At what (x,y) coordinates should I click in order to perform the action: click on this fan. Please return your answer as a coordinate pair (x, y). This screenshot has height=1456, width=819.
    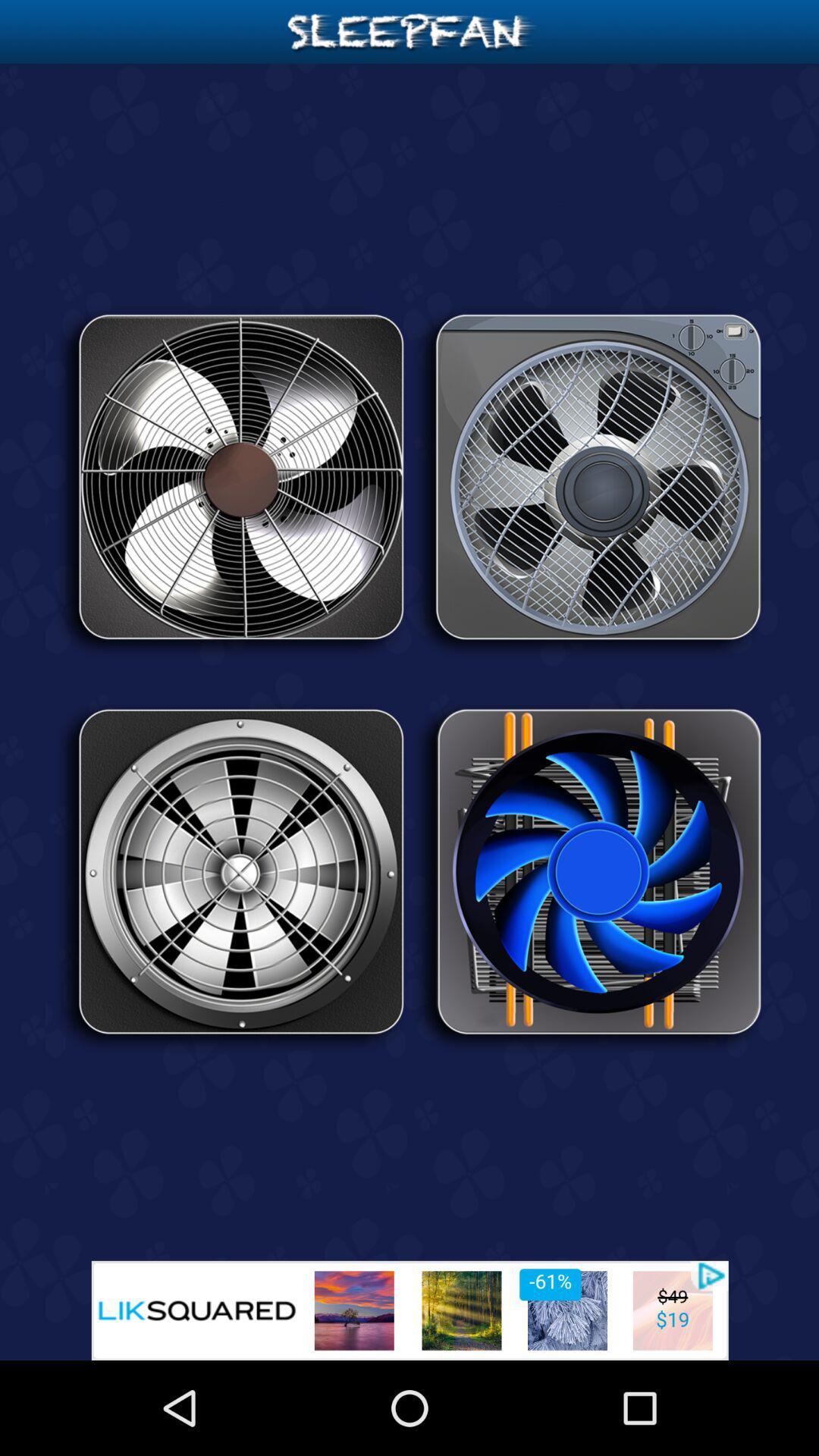
    Looking at the image, I should click on (587, 877).